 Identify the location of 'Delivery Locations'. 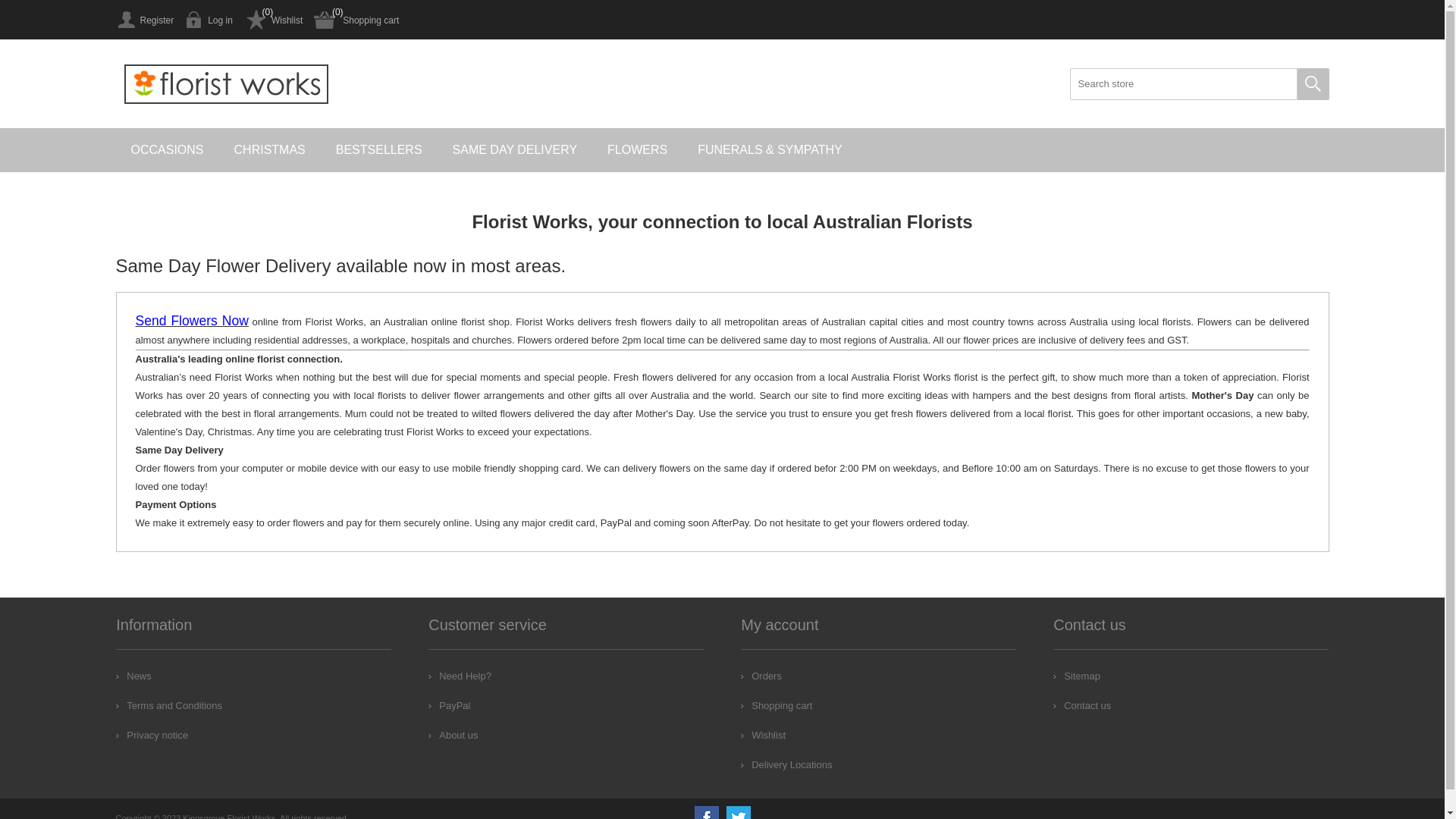
(786, 764).